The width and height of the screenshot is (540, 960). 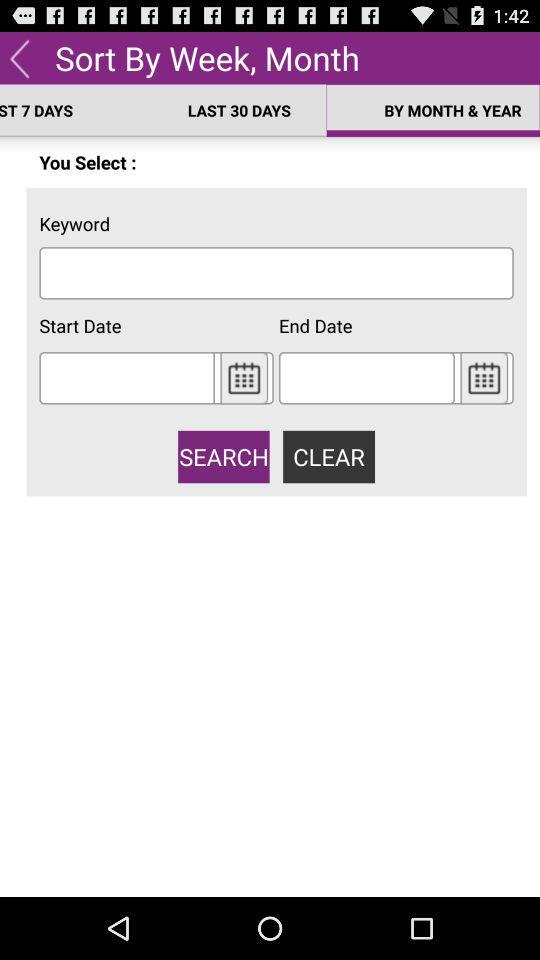 What do you see at coordinates (18, 56) in the screenshot?
I see `back to menu` at bounding box center [18, 56].